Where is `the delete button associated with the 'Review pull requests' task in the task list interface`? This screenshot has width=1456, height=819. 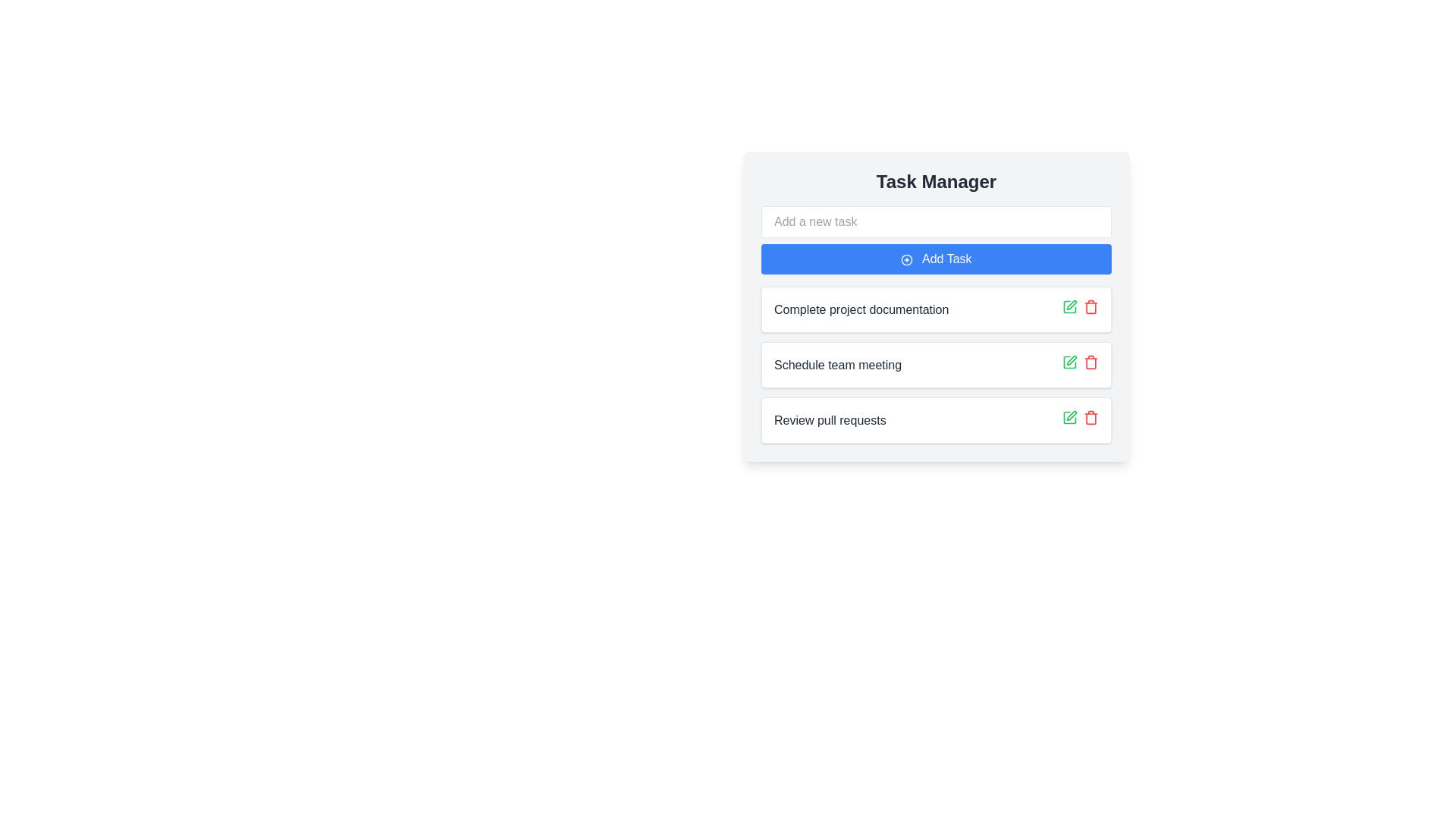 the delete button associated with the 'Review pull requests' task in the task list interface is located at coordinates (1090, 307).